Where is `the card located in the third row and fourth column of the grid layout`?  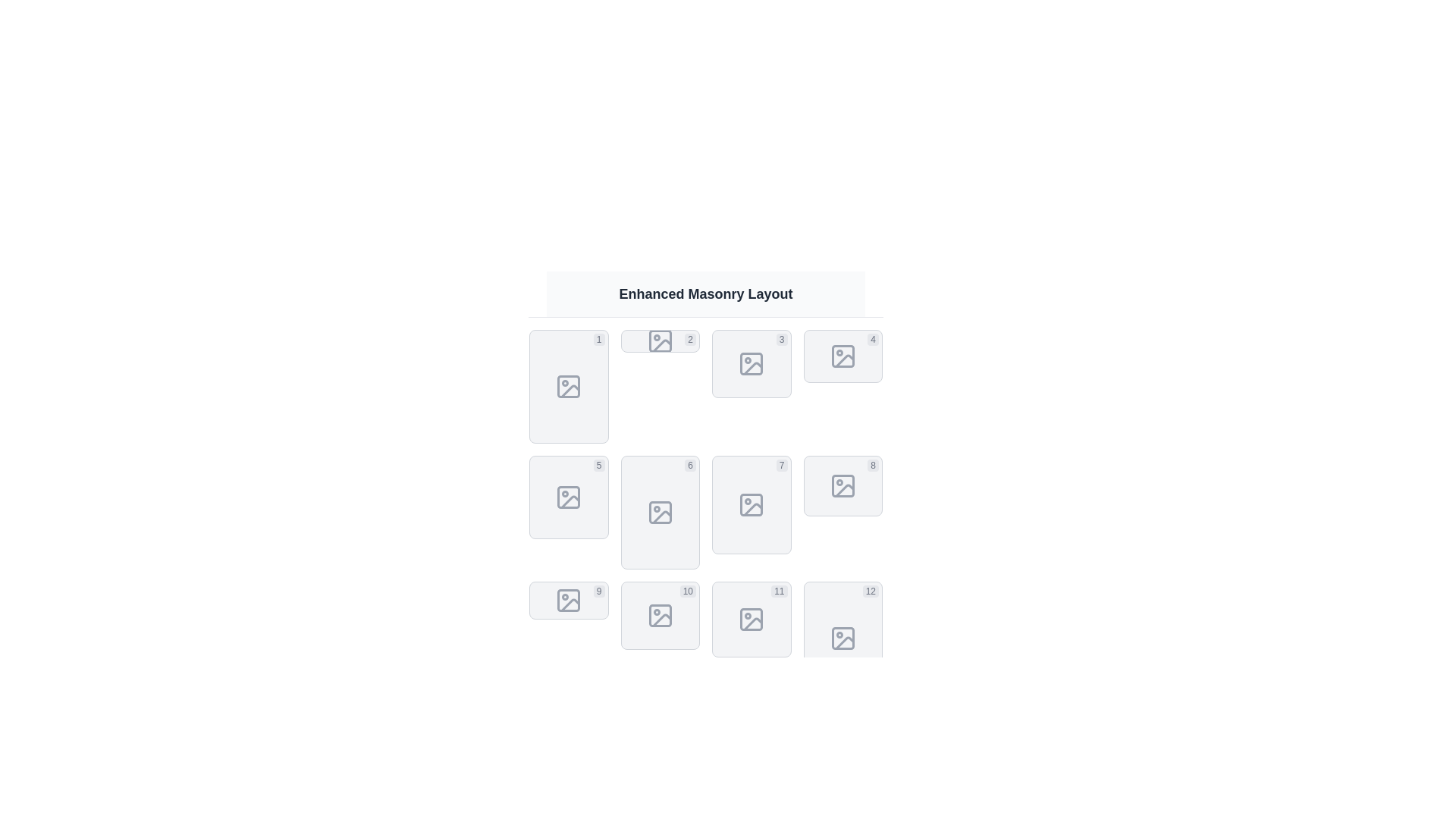
the card located in the third row and fourth column of the grid layout is located at coordinates (752, 620).